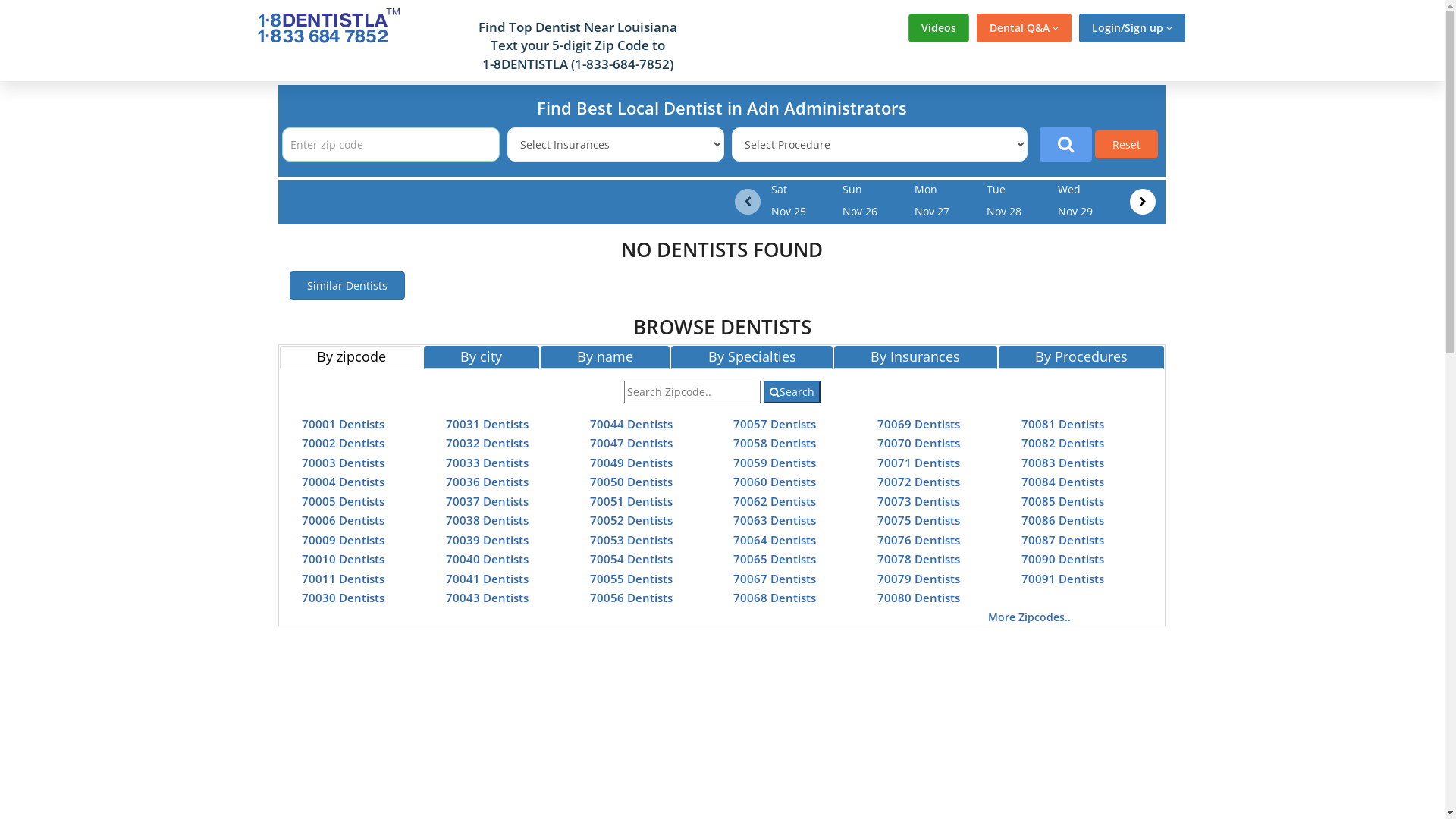 This screenshot has height=819, width=1456. What do you see at coordinates (774, 461) in the screenshot?
I see `'70059 Dentists'` at bounding box center [774, 461].